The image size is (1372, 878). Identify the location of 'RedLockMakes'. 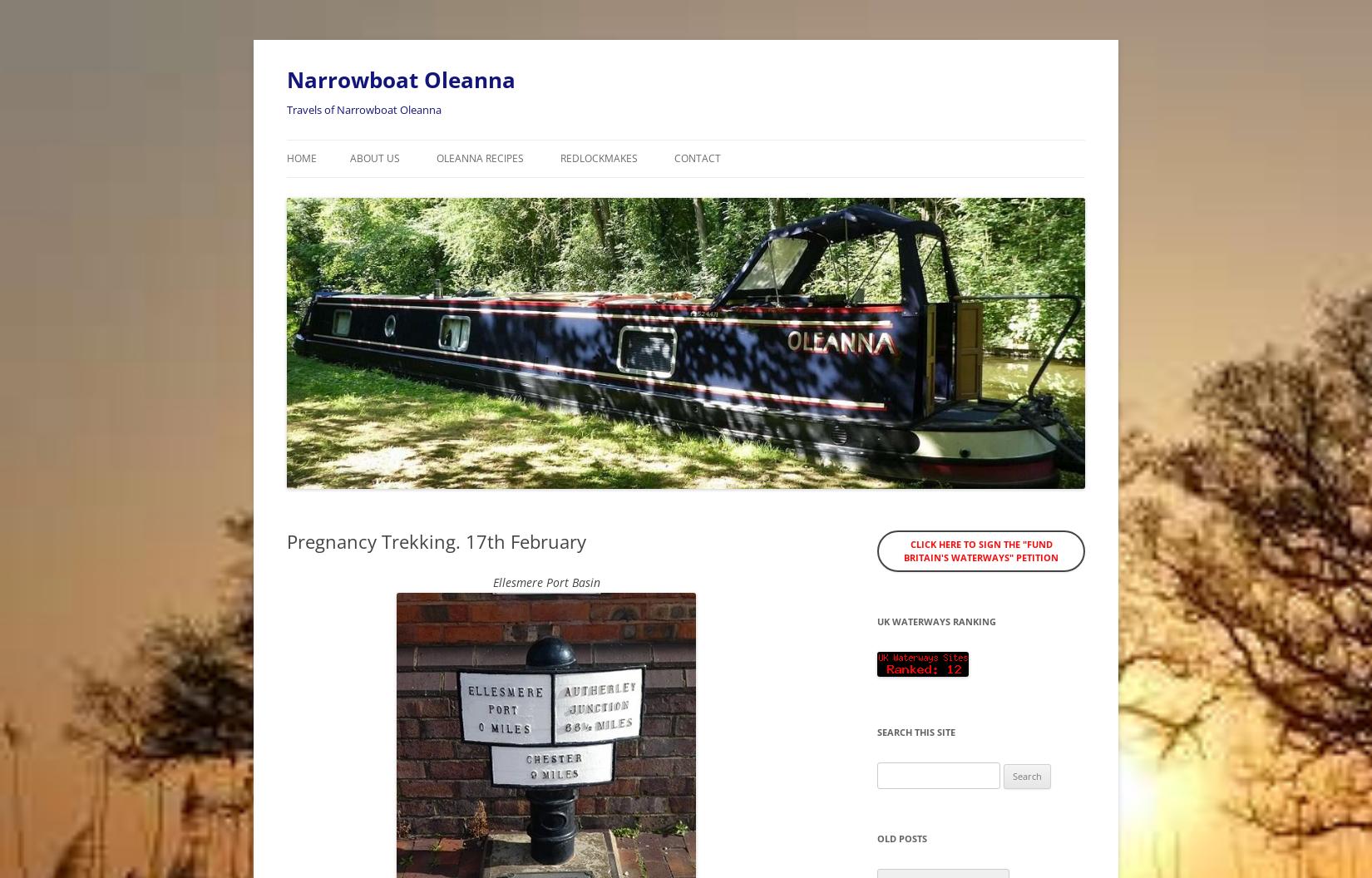
(560, 158).